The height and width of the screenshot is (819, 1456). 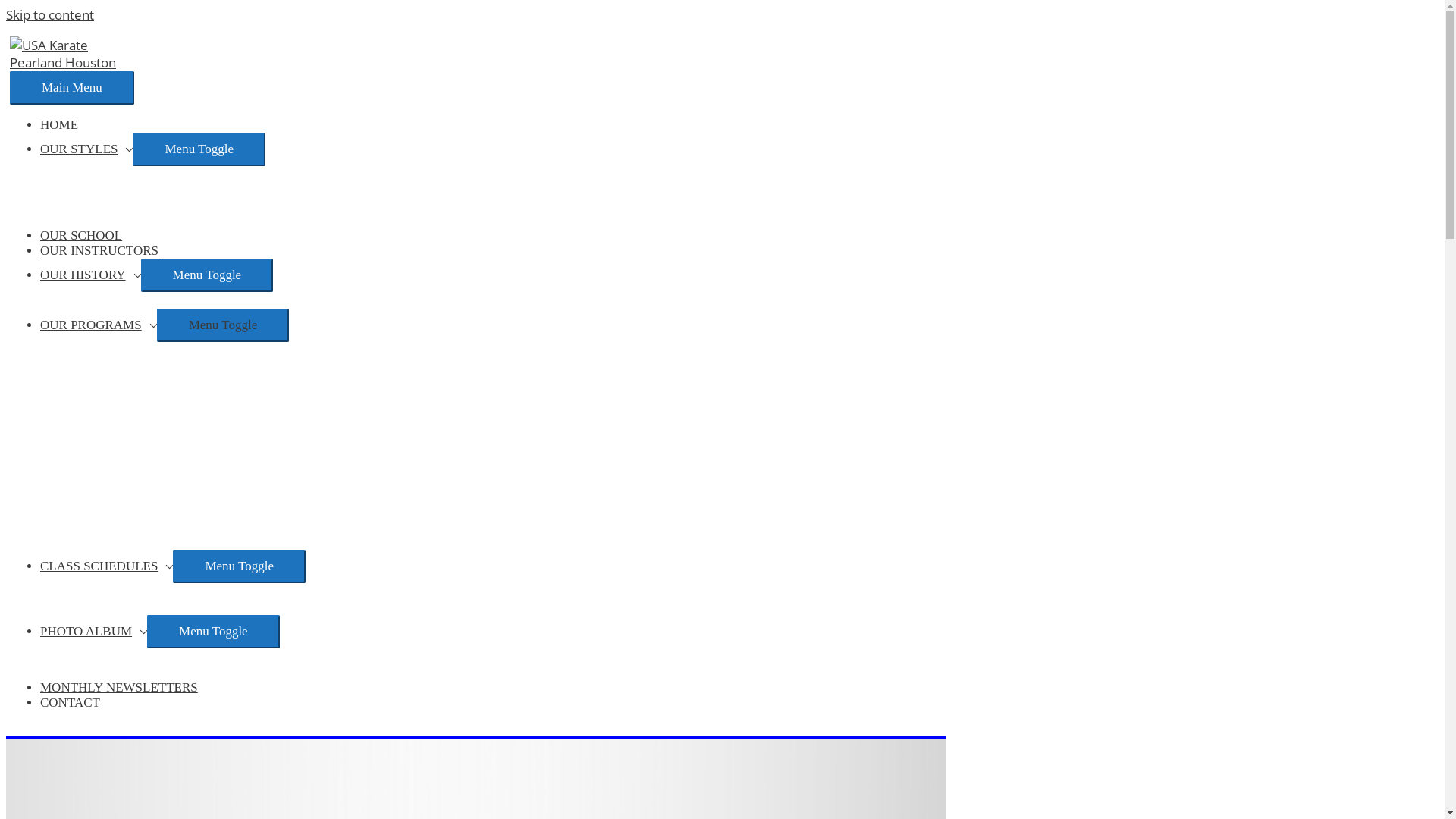 I want to click on 'OUR HISTORY', so click(x=89, y=275).